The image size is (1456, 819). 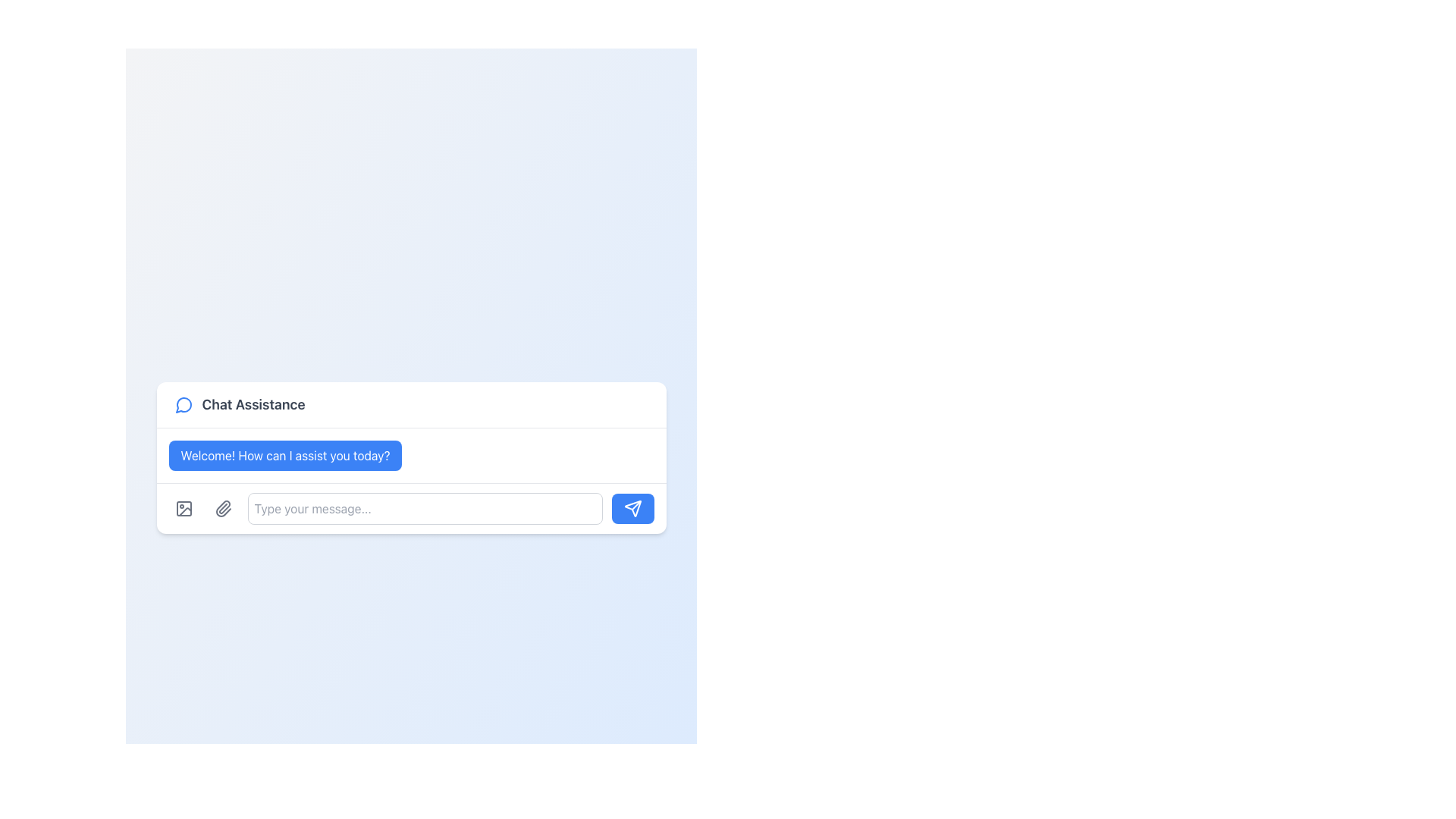 What do you see at coordinates (635, 505) in the screenshot?
I see `the 'send' icon which includes the diagonal line element in the SVG graphic located at the bottom-right of the chat input bar` at bounding box center [635, 505].